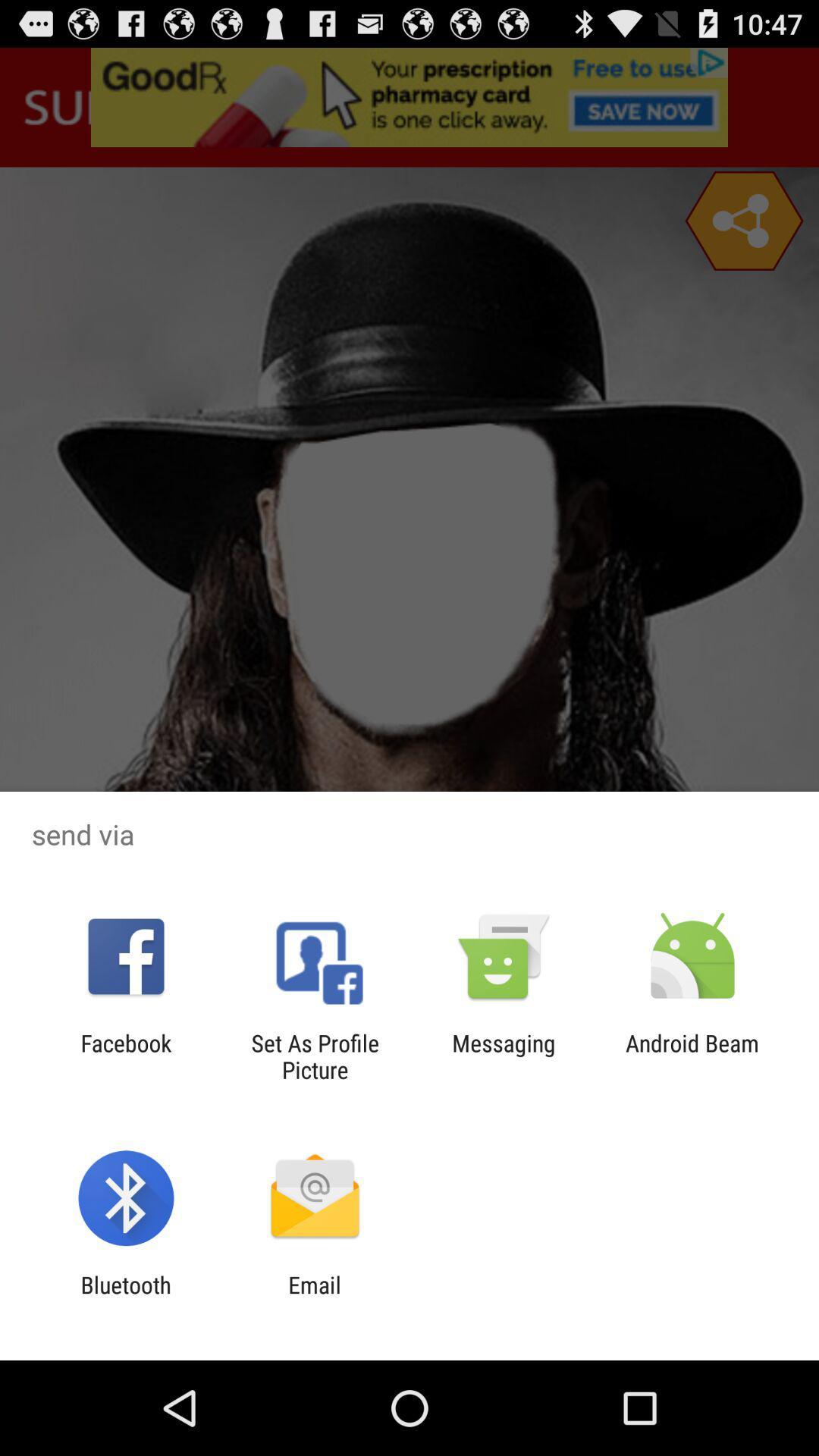 Image resolution: width=819 pixels, height=1456 pixels. I want to click on item to the right of messaging, so click(692, 1056).